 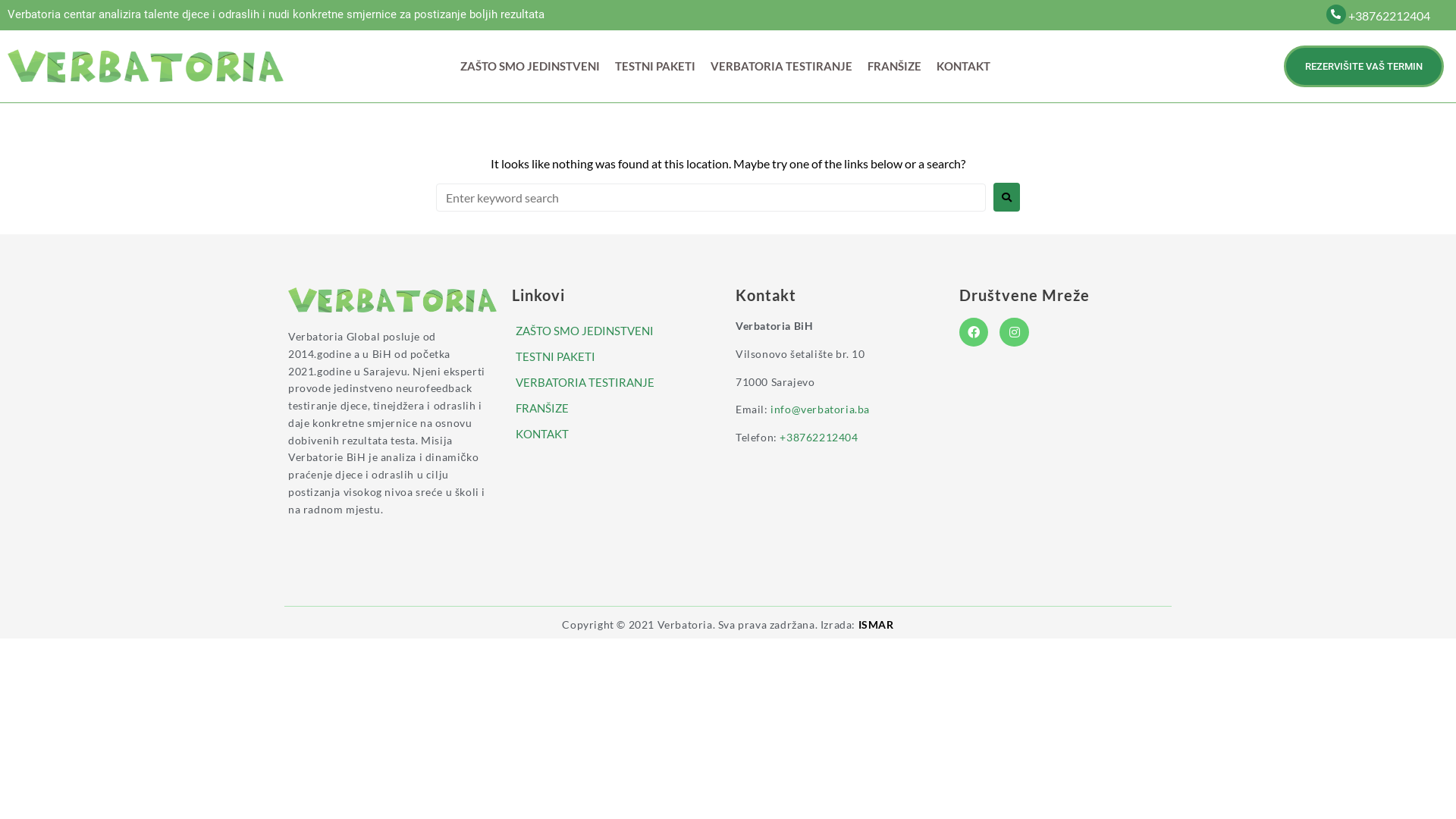 I want to click on '+38762212404', so click(x=1389, y=14).